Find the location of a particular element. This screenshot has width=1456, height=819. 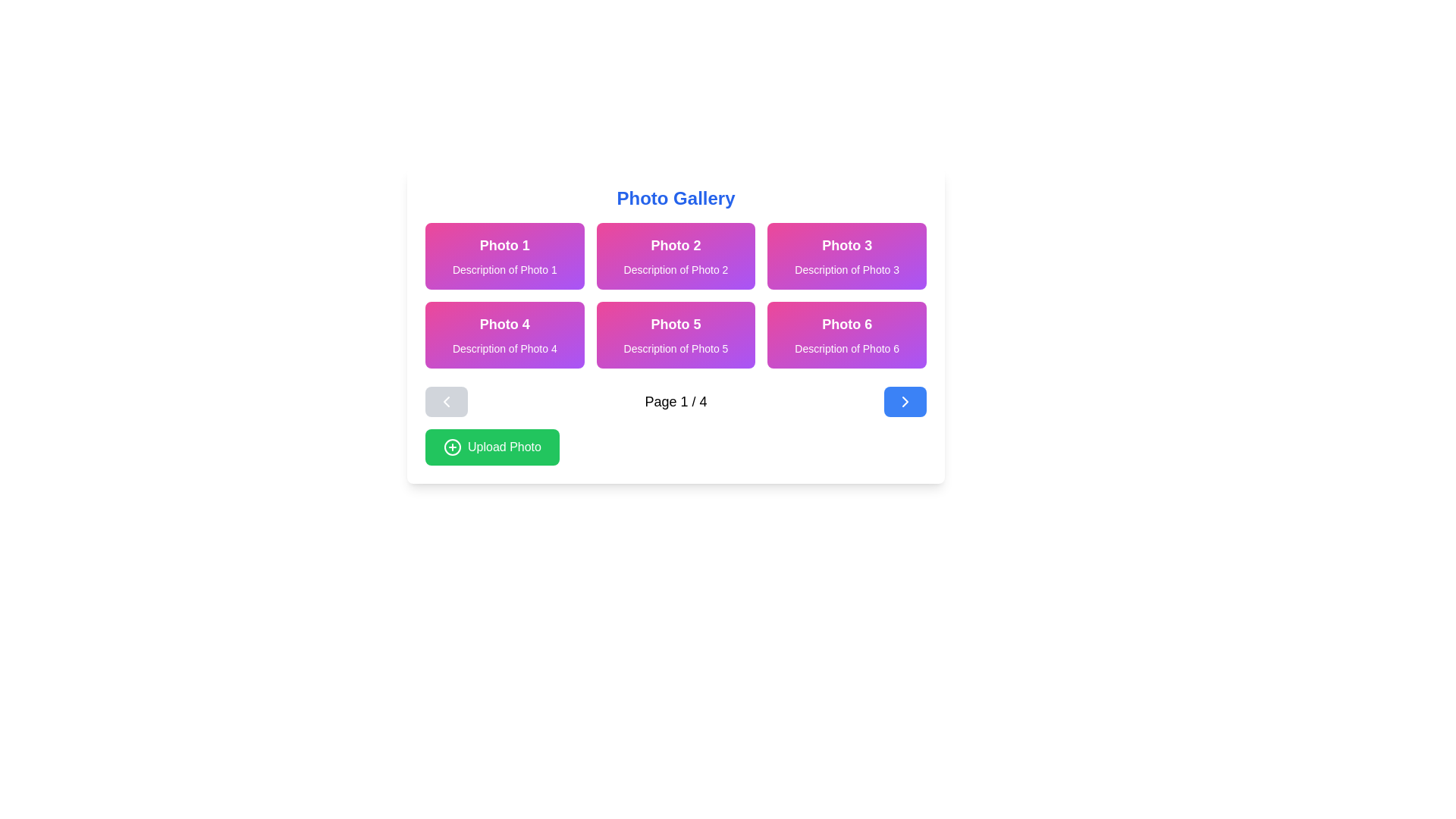

the fourth informational card in the grid layout which displays a photo or item title and description, located in the bottom-left corner of the grid is located at coordinates (504, 334).